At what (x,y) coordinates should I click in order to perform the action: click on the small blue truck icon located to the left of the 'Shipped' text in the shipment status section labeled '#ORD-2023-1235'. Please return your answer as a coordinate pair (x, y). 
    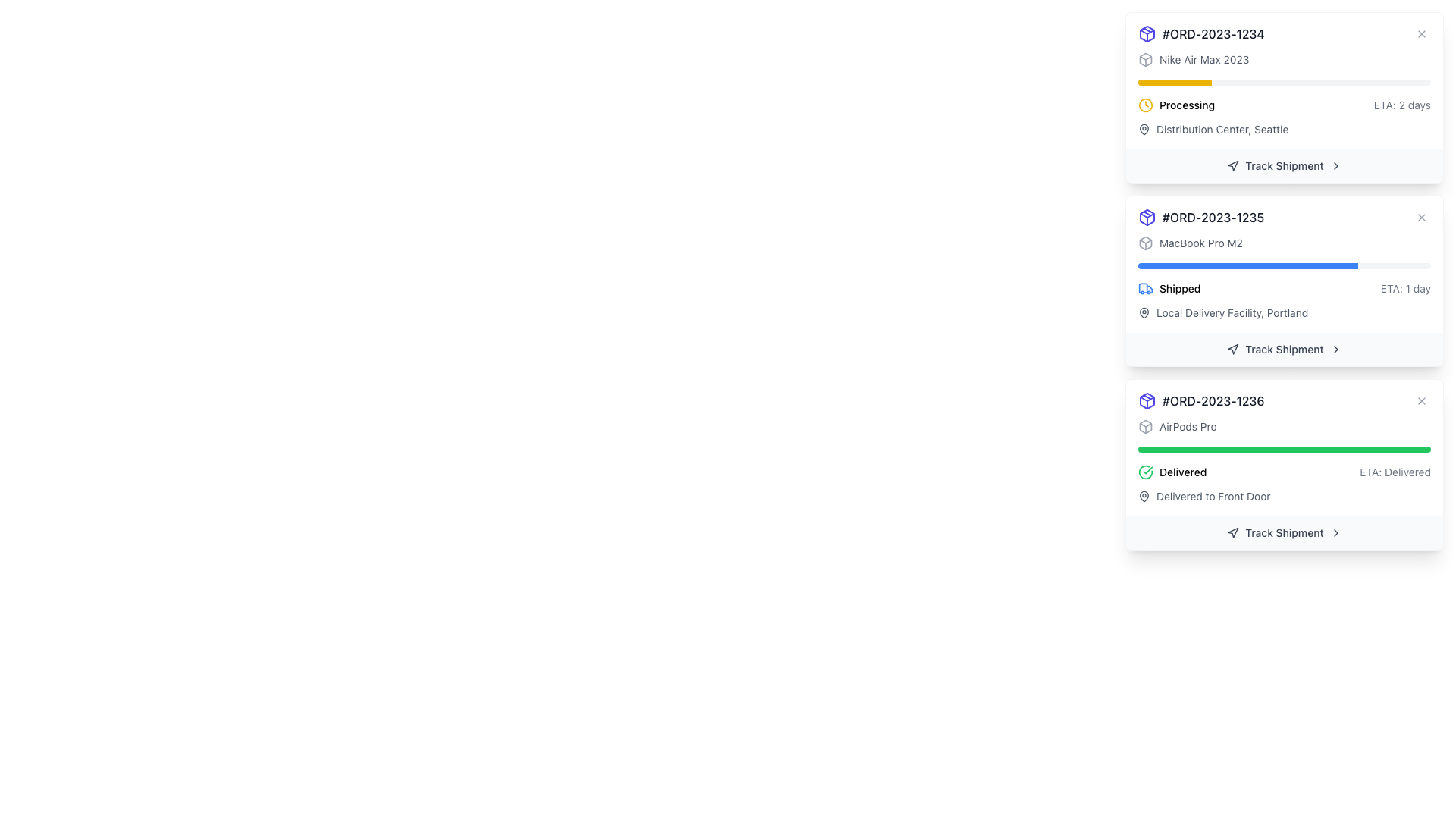
    Looking at the image, I should click on (1146, 289).